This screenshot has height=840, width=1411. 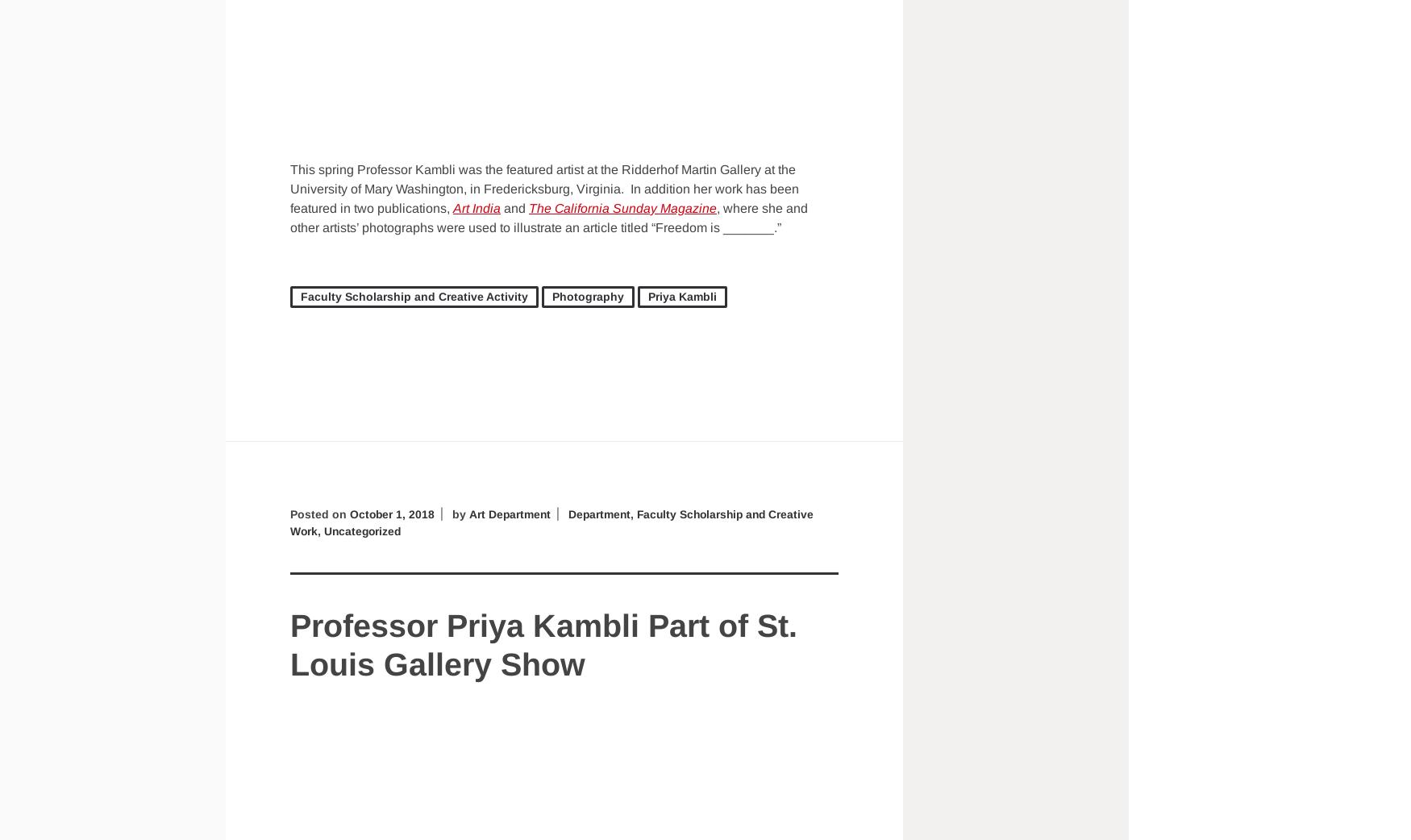 I want to click on 'Magazine', so click(x=687, y=206).